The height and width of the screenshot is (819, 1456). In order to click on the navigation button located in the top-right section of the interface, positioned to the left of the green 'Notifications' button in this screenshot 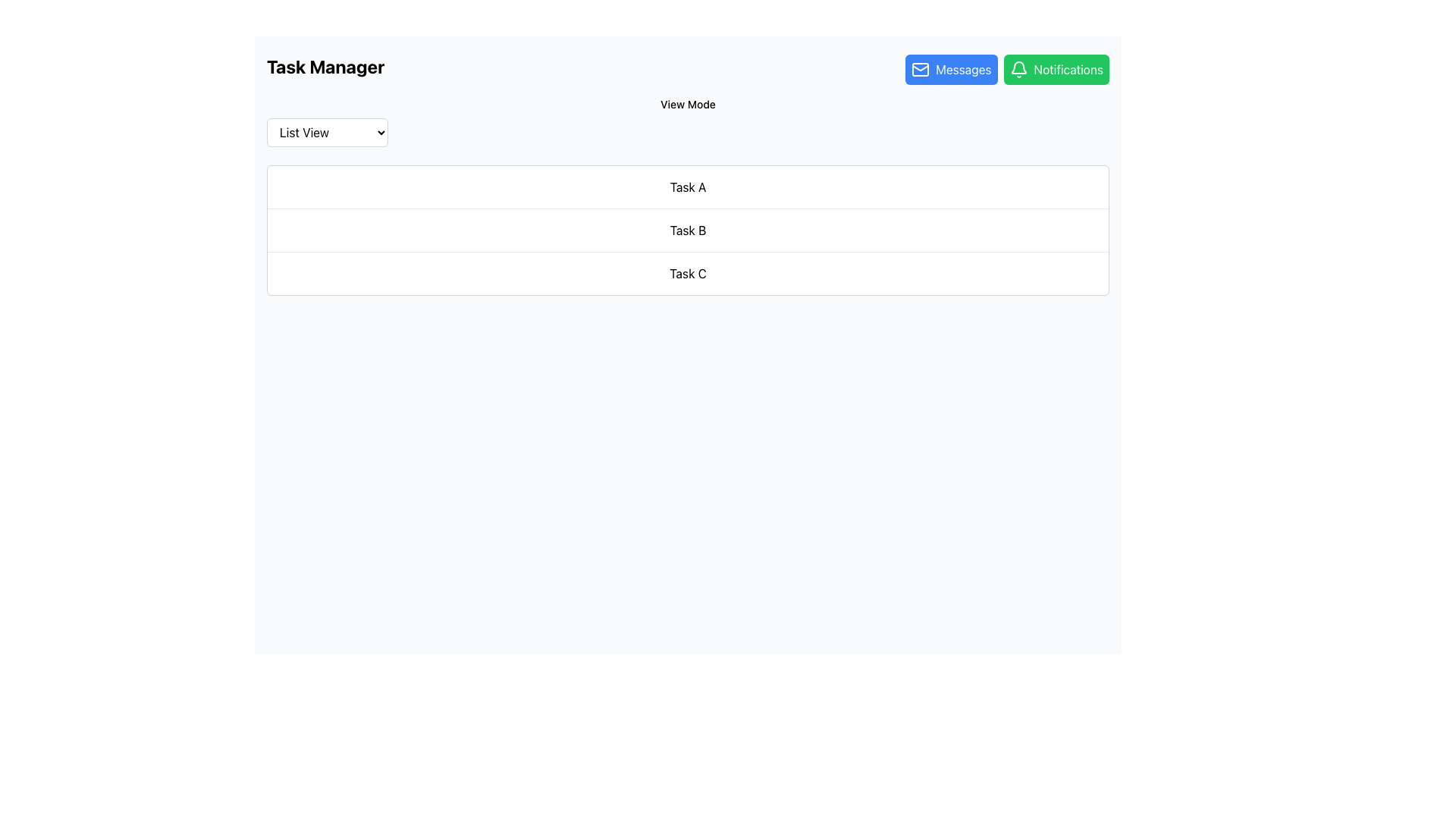, I will do `click(950, 70)`.